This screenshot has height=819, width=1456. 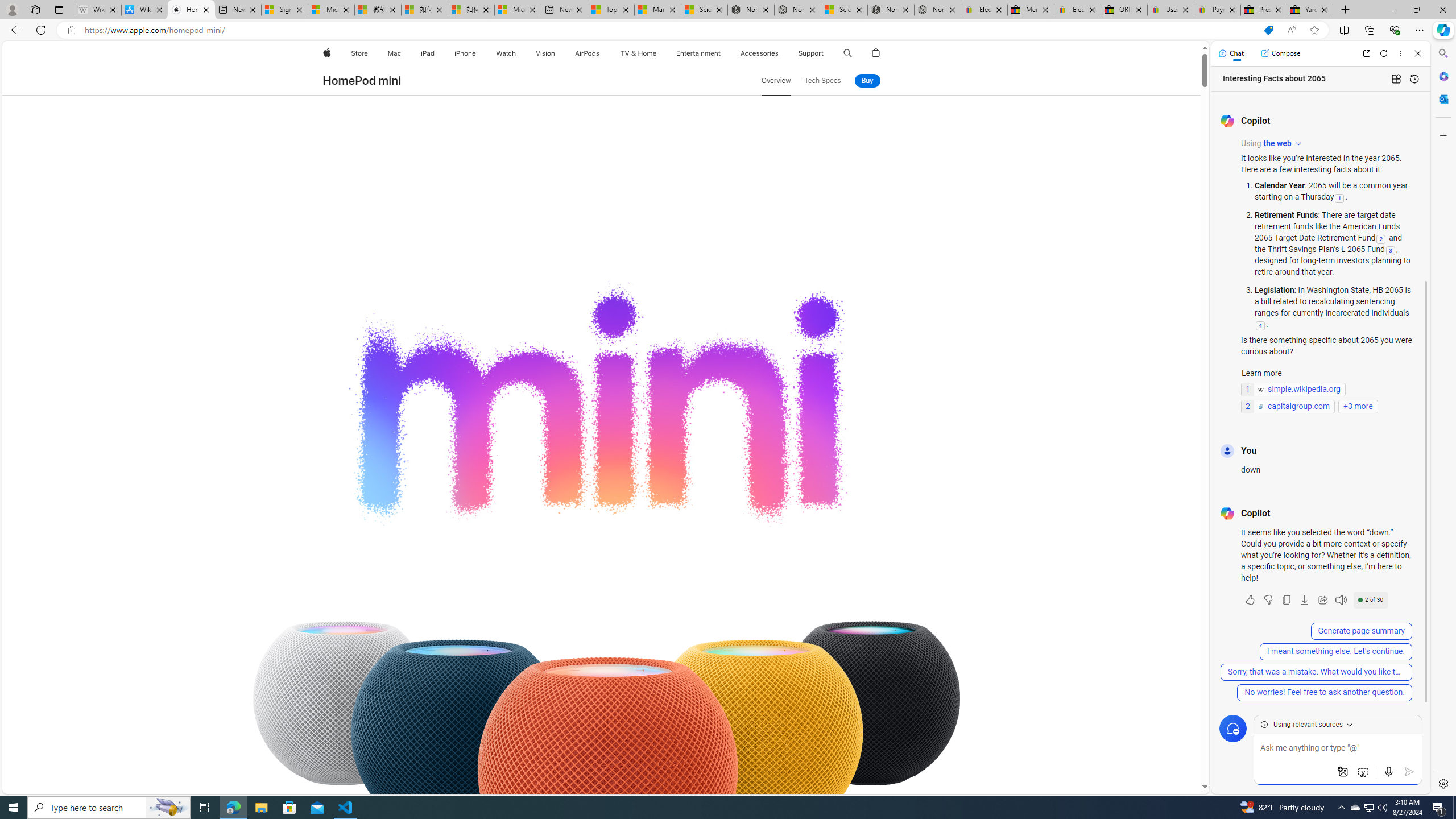 What do you see at coordinates (558, 53) in the screenshot?
I see `'Vision menu'` at bounding box center [558, 53].